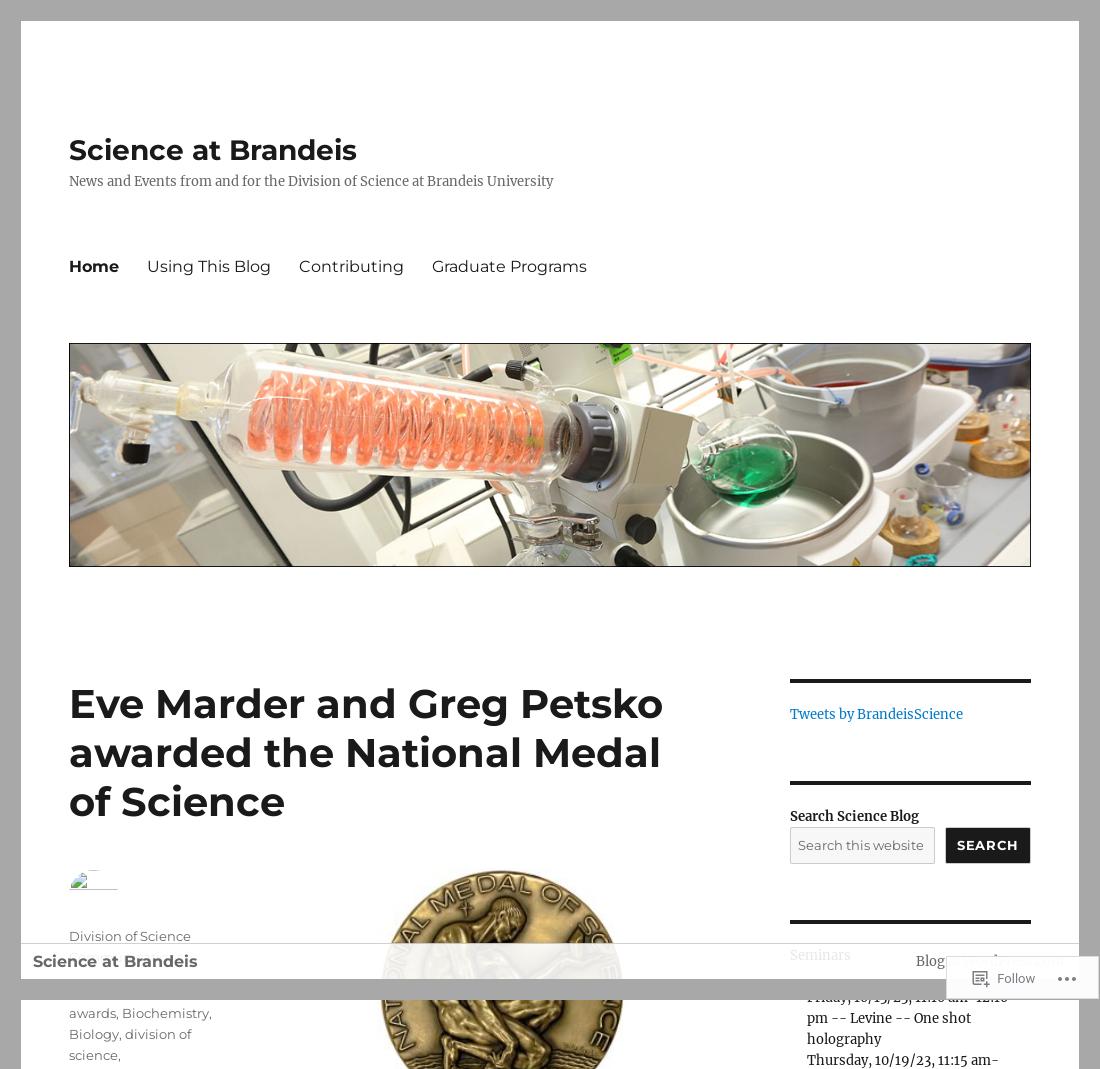 This screenshot has width=1100, height=1069. I want to click on 'Seminars', so click(820, 954).